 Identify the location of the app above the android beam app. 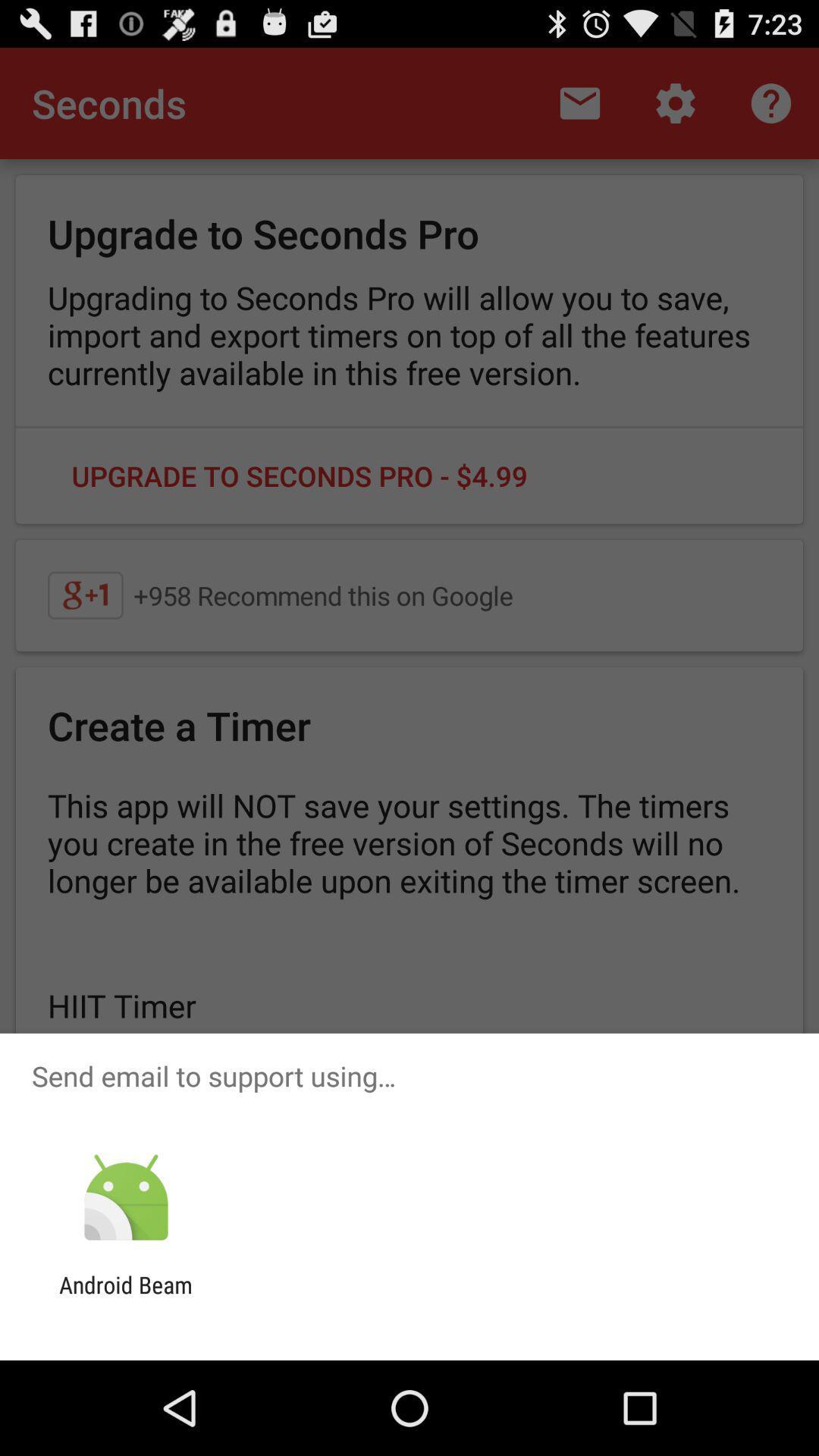
(125, 1197).